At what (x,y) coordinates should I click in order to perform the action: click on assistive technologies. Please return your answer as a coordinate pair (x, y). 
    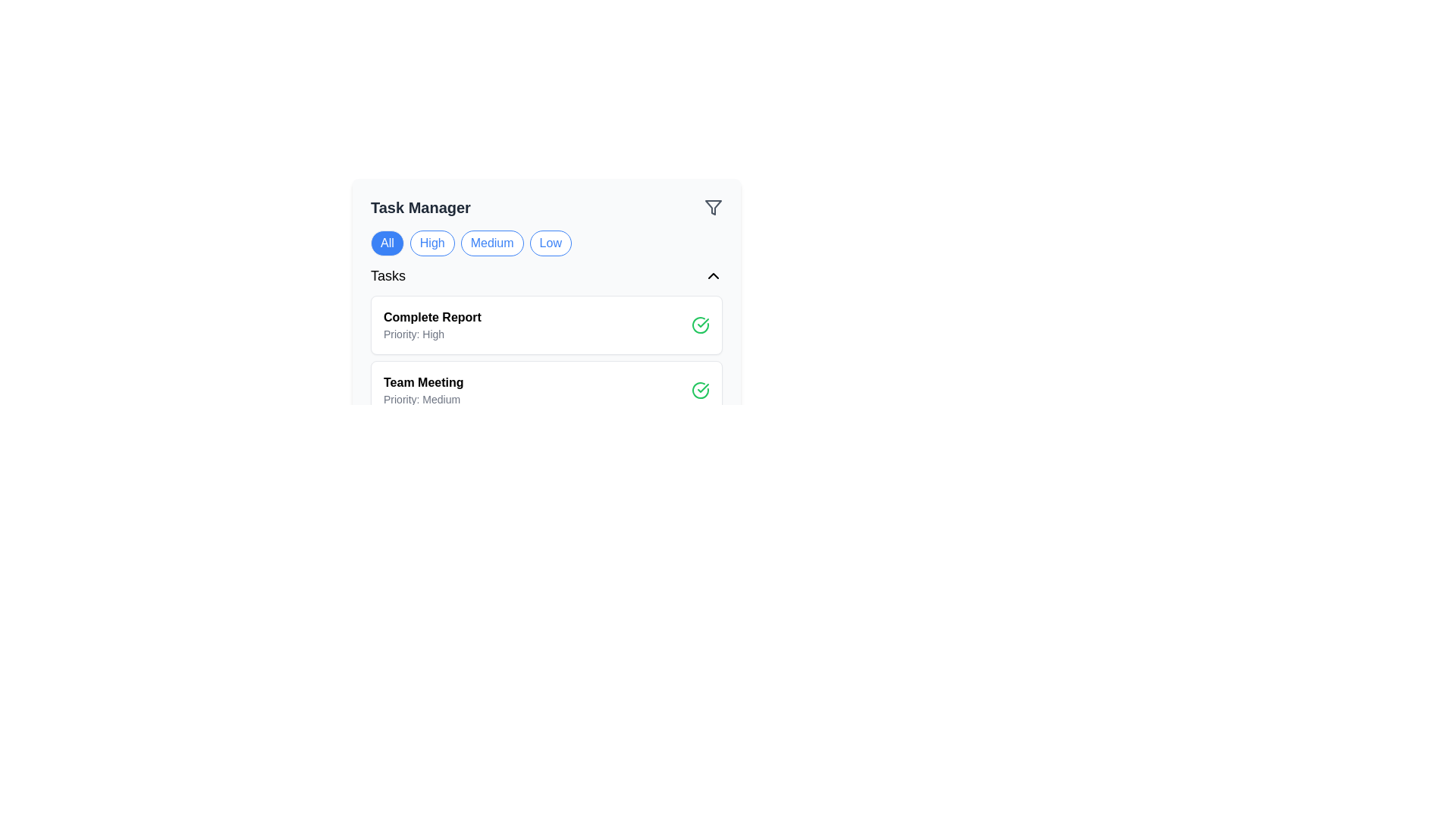
    Looking at the image, I should click on (423, 382).